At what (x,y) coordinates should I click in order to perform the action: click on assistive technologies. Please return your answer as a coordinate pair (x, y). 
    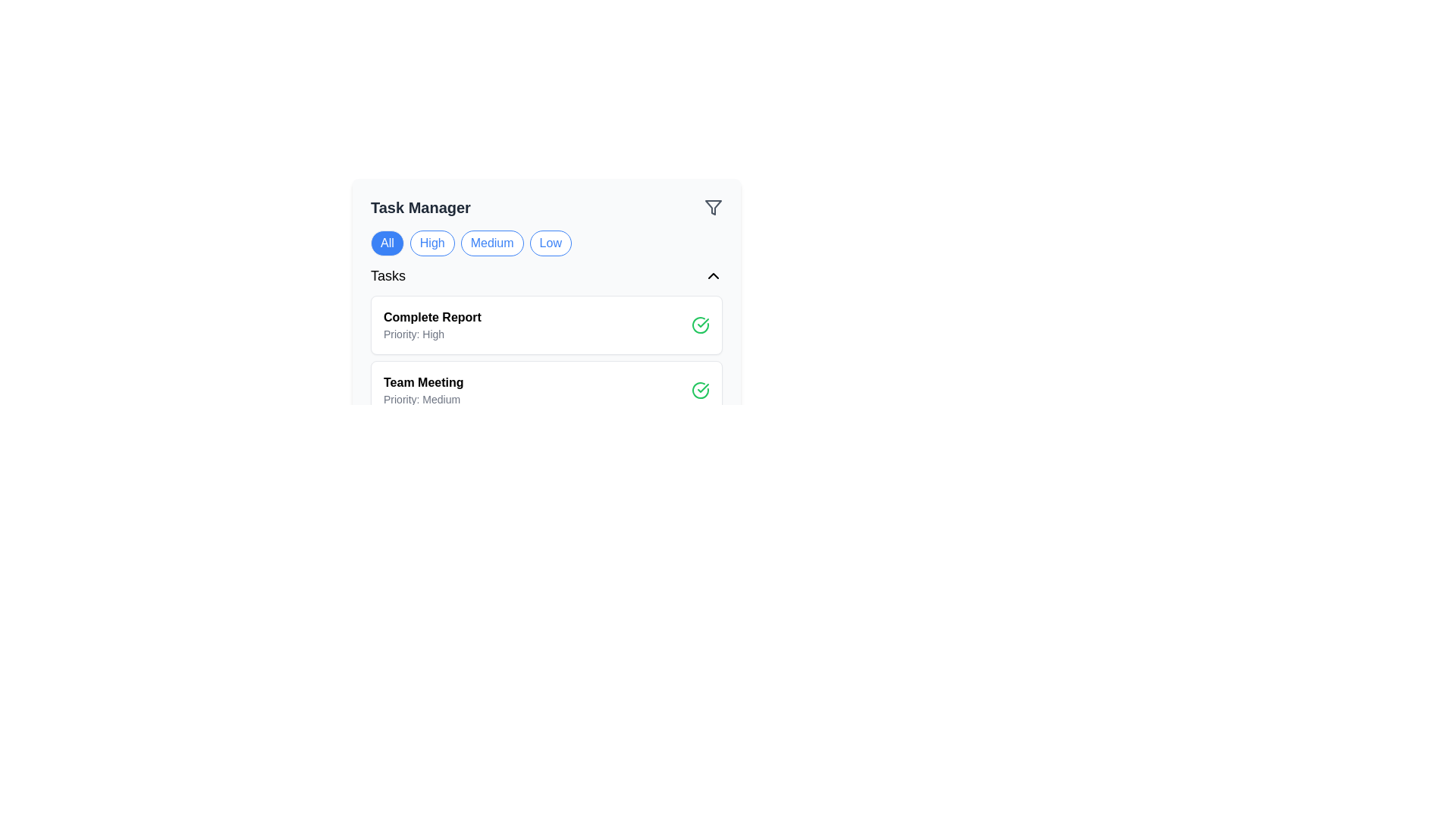
    Looking at the image, I should click on (423, 382).